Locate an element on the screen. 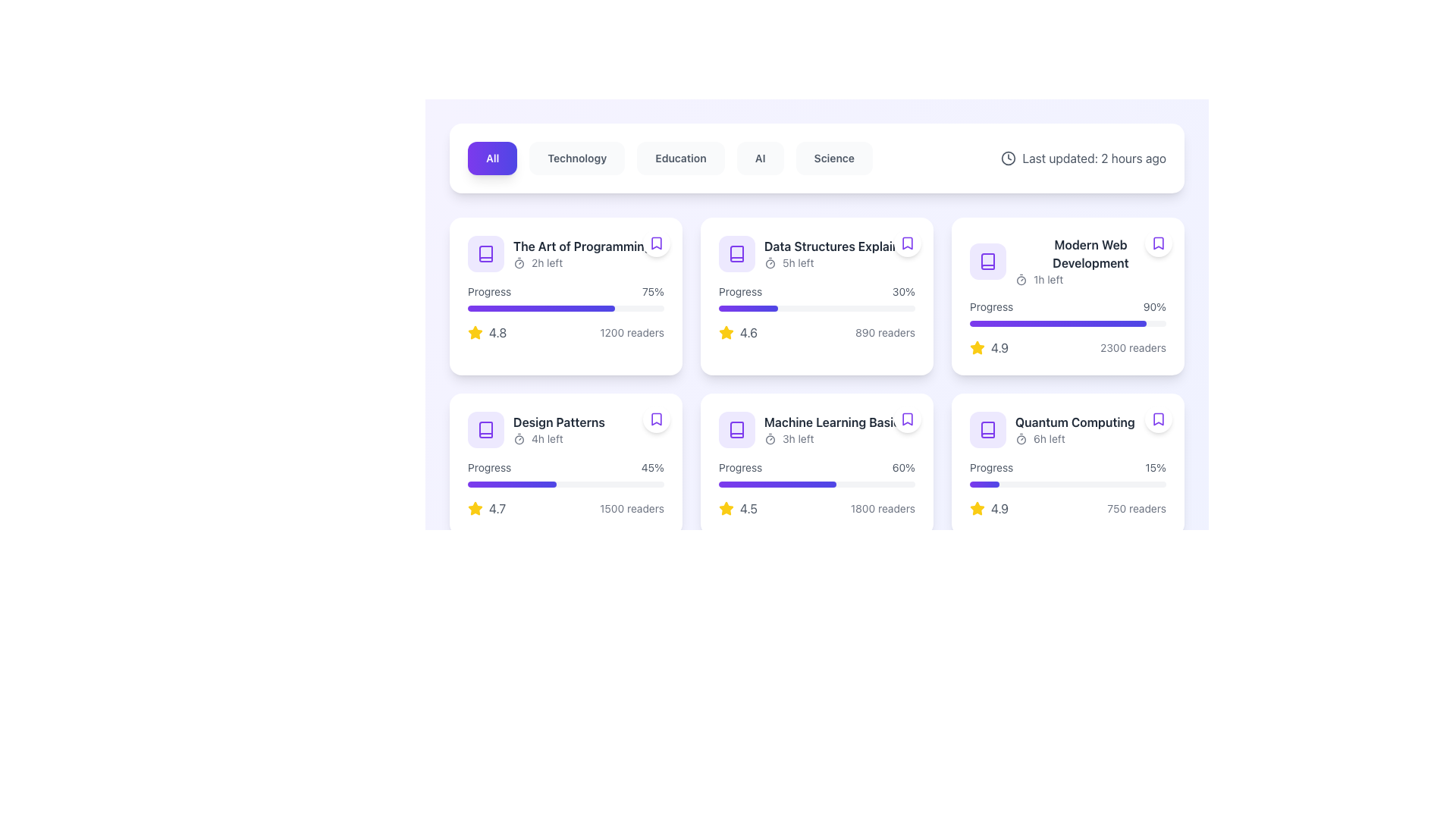 This screenshot has height=819, width=1456. text displayed in the title label of the top-left card in the grid layout, which is positioned above the '2h left' label is located at coordinates (582, 245).